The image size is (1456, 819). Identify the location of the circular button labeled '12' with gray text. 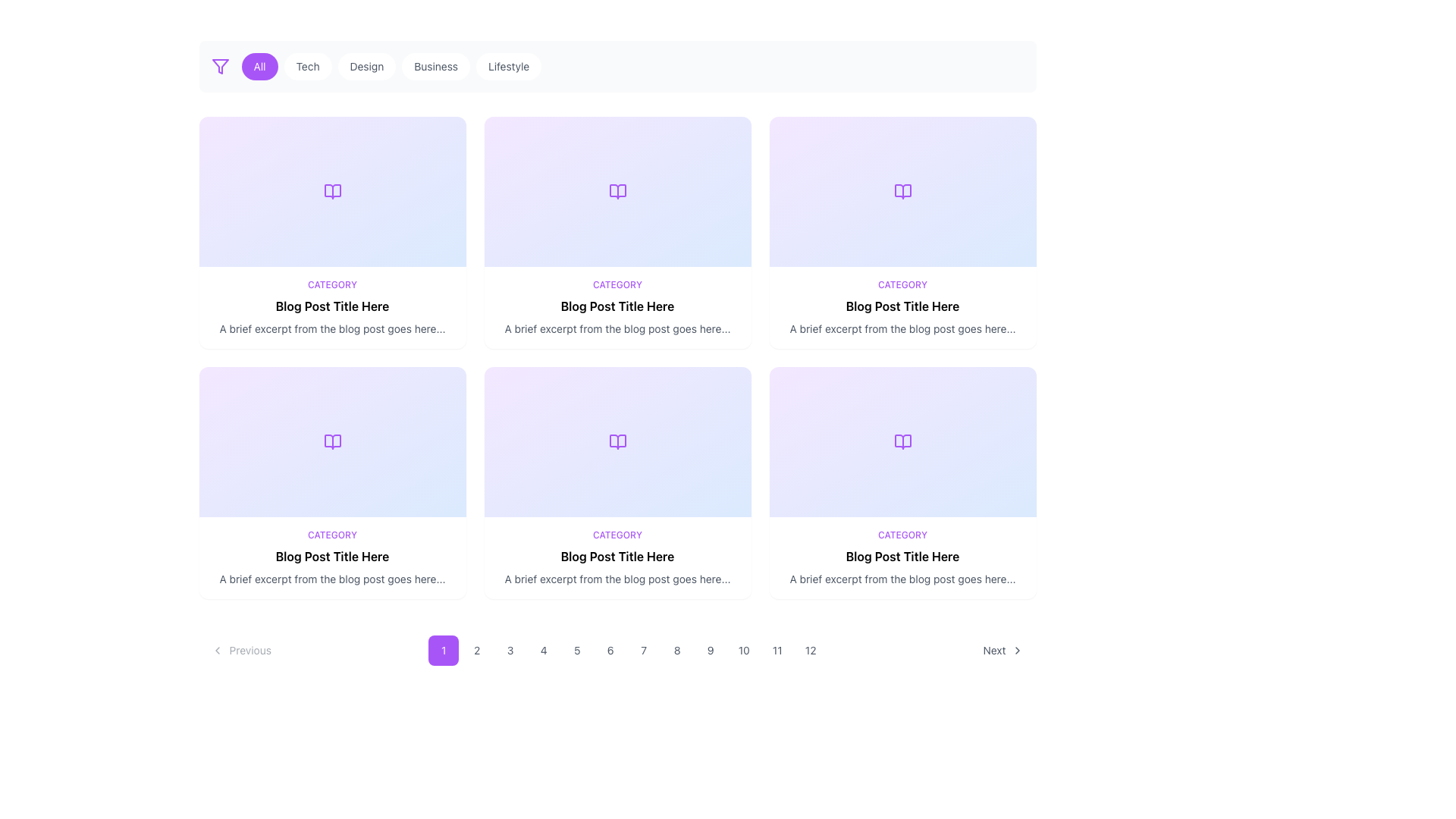
(810, 649).